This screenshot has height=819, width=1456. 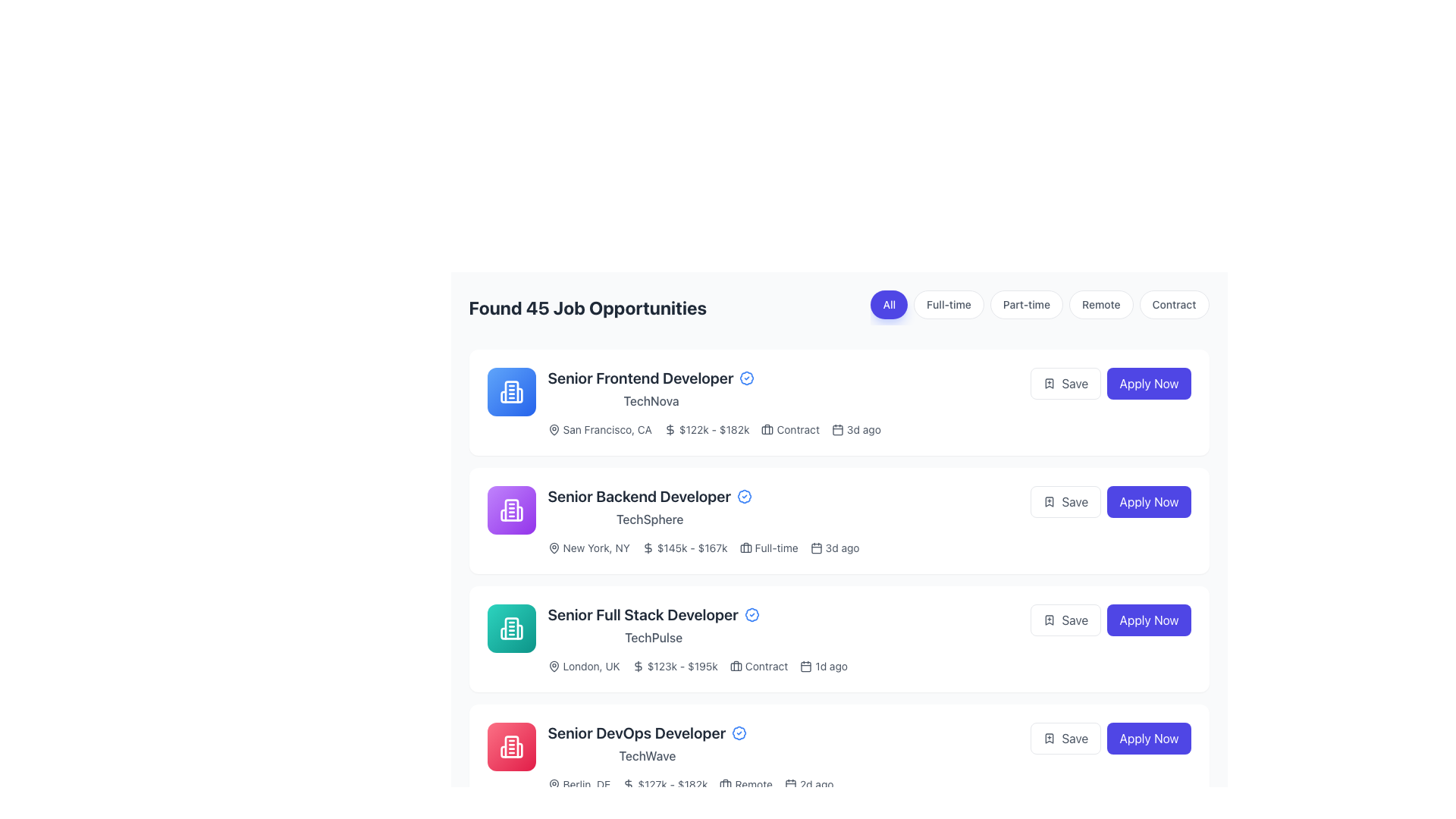 I want to click on the map pin icon located at the beginning of the row displaying 'London, UK', so click(x=553, y=666).